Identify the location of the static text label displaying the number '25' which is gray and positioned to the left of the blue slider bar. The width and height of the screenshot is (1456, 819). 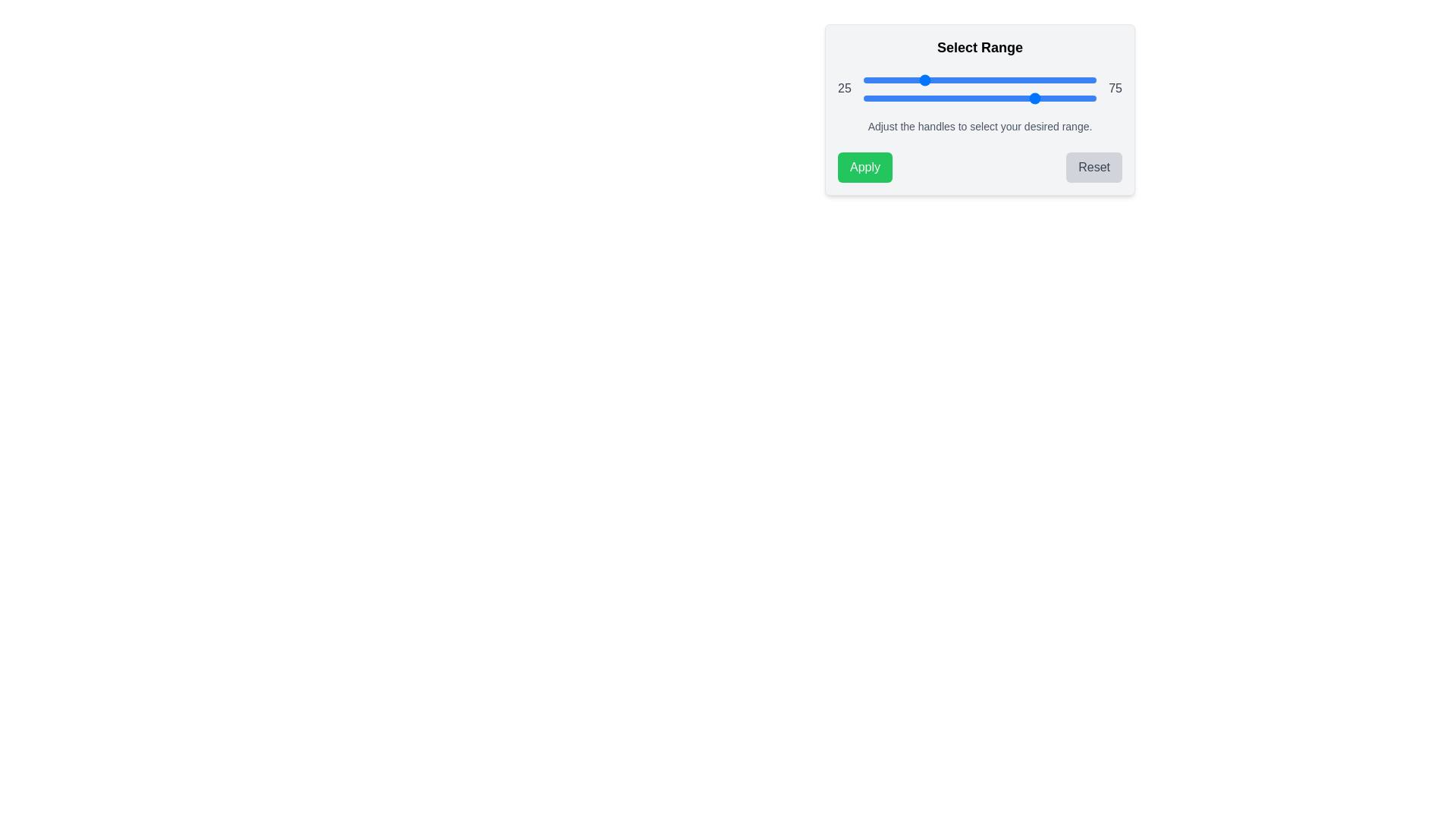
(843, 88).